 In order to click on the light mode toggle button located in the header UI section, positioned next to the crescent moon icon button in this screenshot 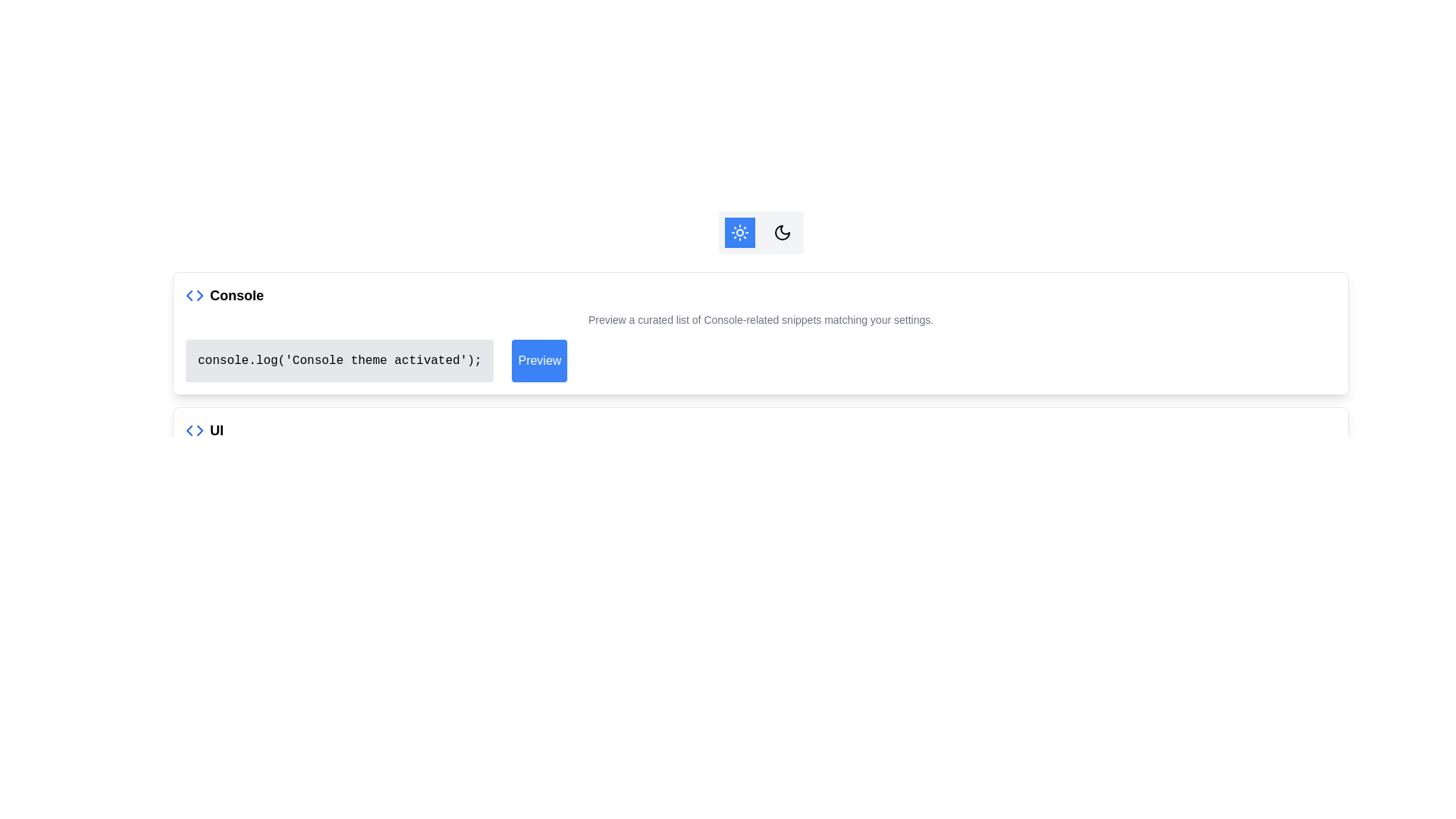, I will do `click(739, 233)`.